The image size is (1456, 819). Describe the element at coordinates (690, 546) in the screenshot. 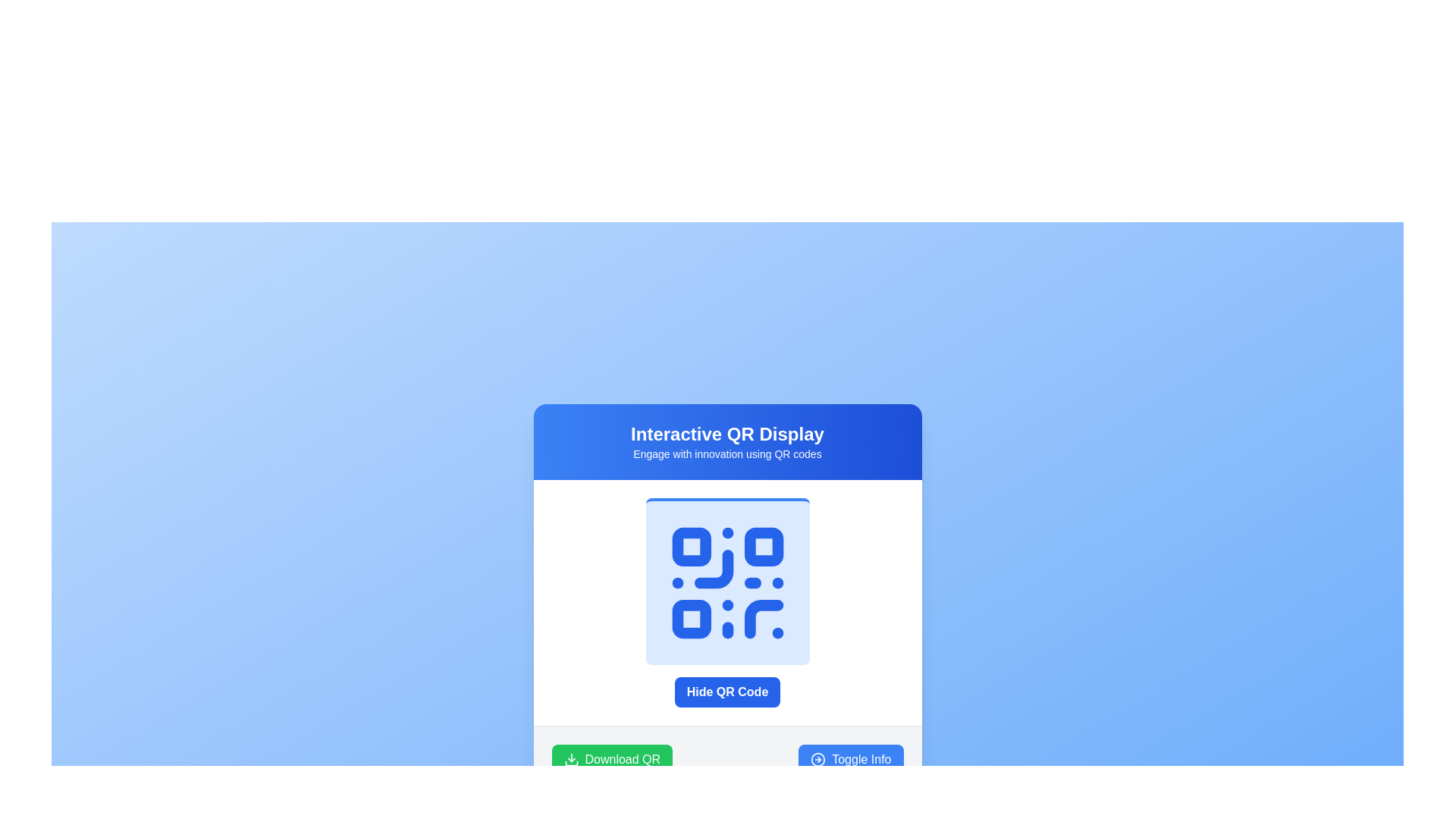

I see `the small rectangular shape with rounded corners located in the upper-left corner of the QR code graphic` at that location.